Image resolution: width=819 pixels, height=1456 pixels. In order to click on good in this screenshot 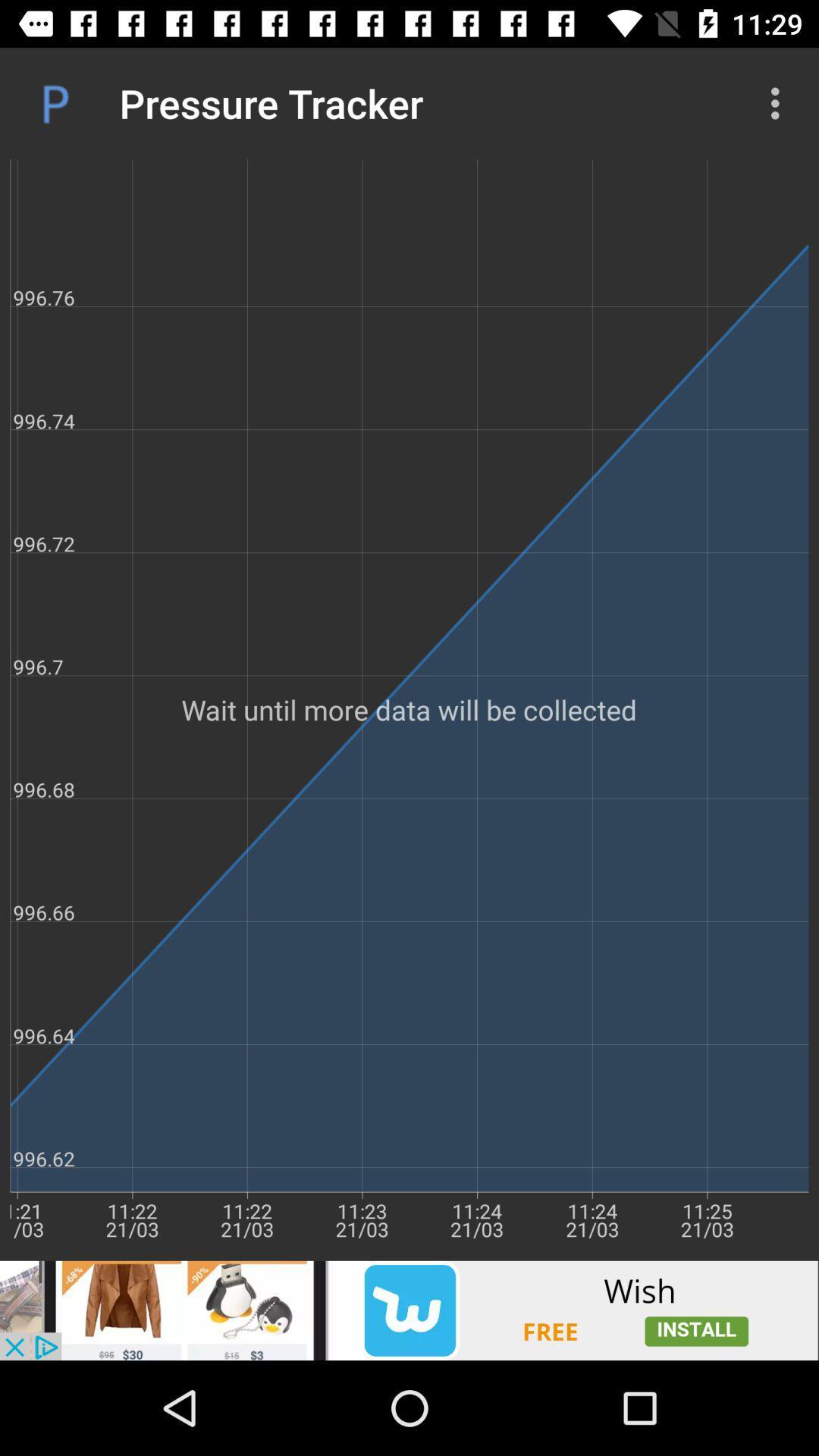, I will do `click(409, 1310)`.